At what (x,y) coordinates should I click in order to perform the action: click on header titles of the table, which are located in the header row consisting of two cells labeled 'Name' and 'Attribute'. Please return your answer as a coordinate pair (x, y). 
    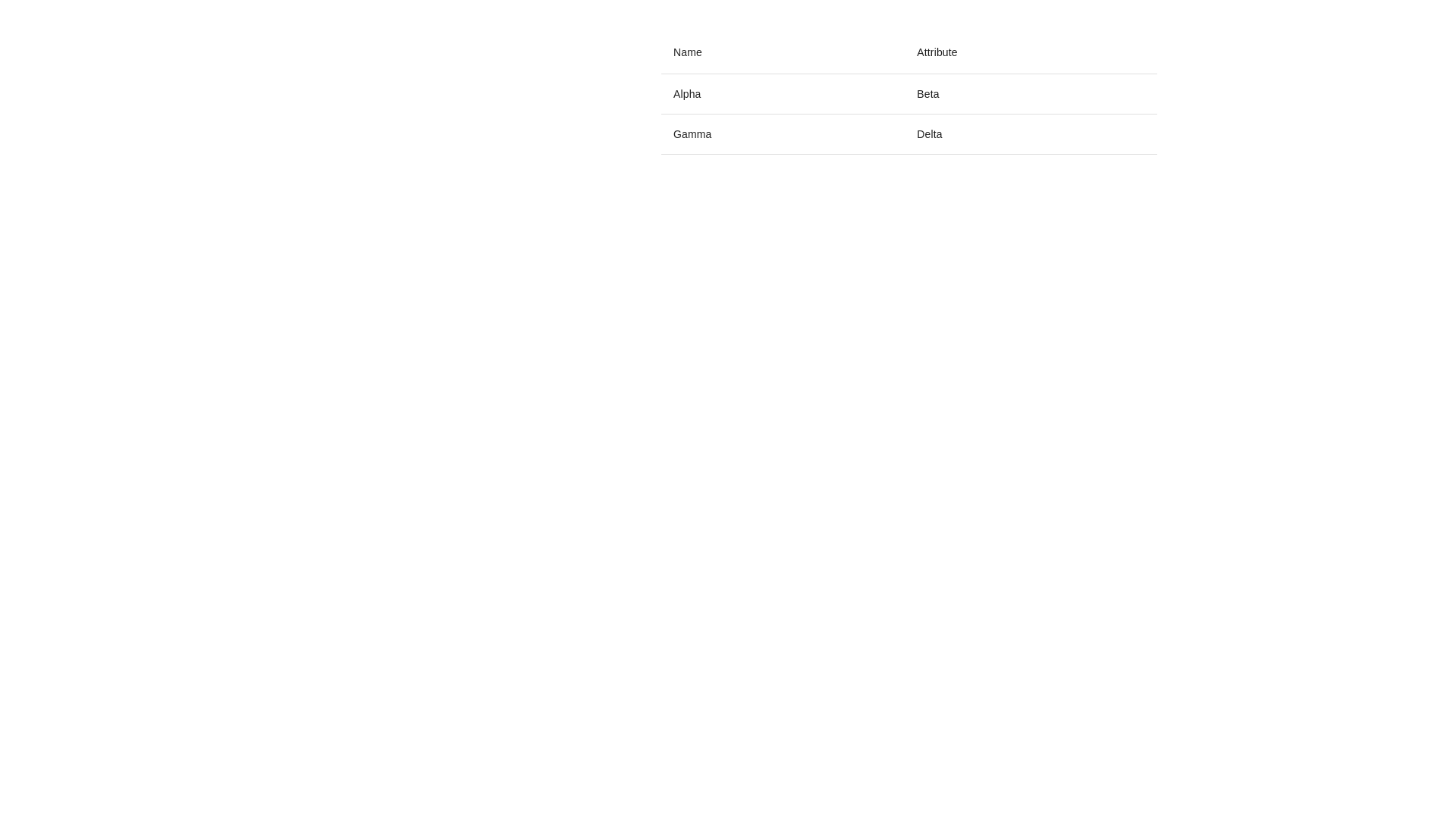
    Looking at the image, I should click on (909, 52).